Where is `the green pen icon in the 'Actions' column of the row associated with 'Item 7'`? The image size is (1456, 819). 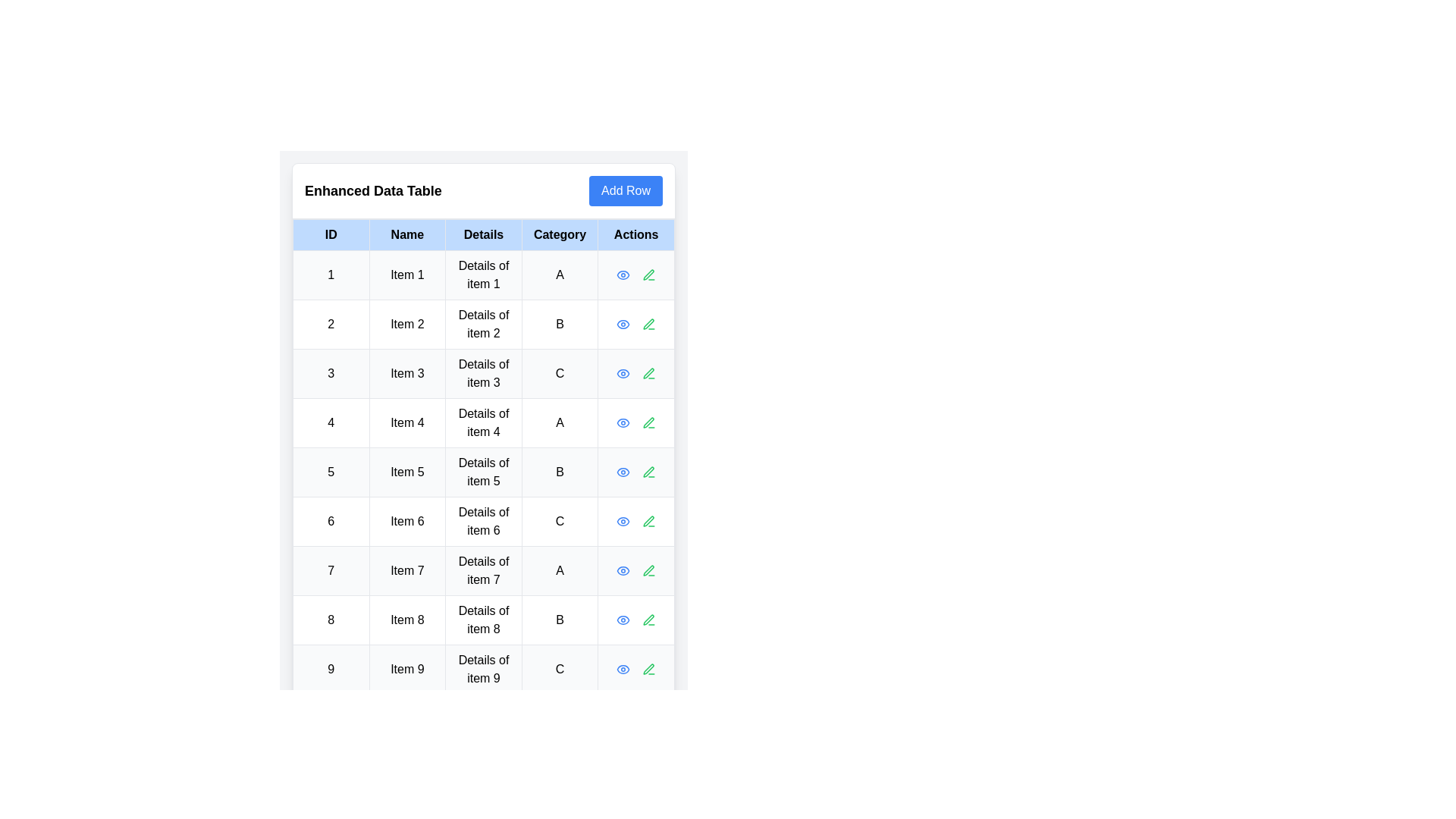
the green pen icon in the 'Actions' column of the row associated with 'Item 7' is located at coordinates (636, 570).